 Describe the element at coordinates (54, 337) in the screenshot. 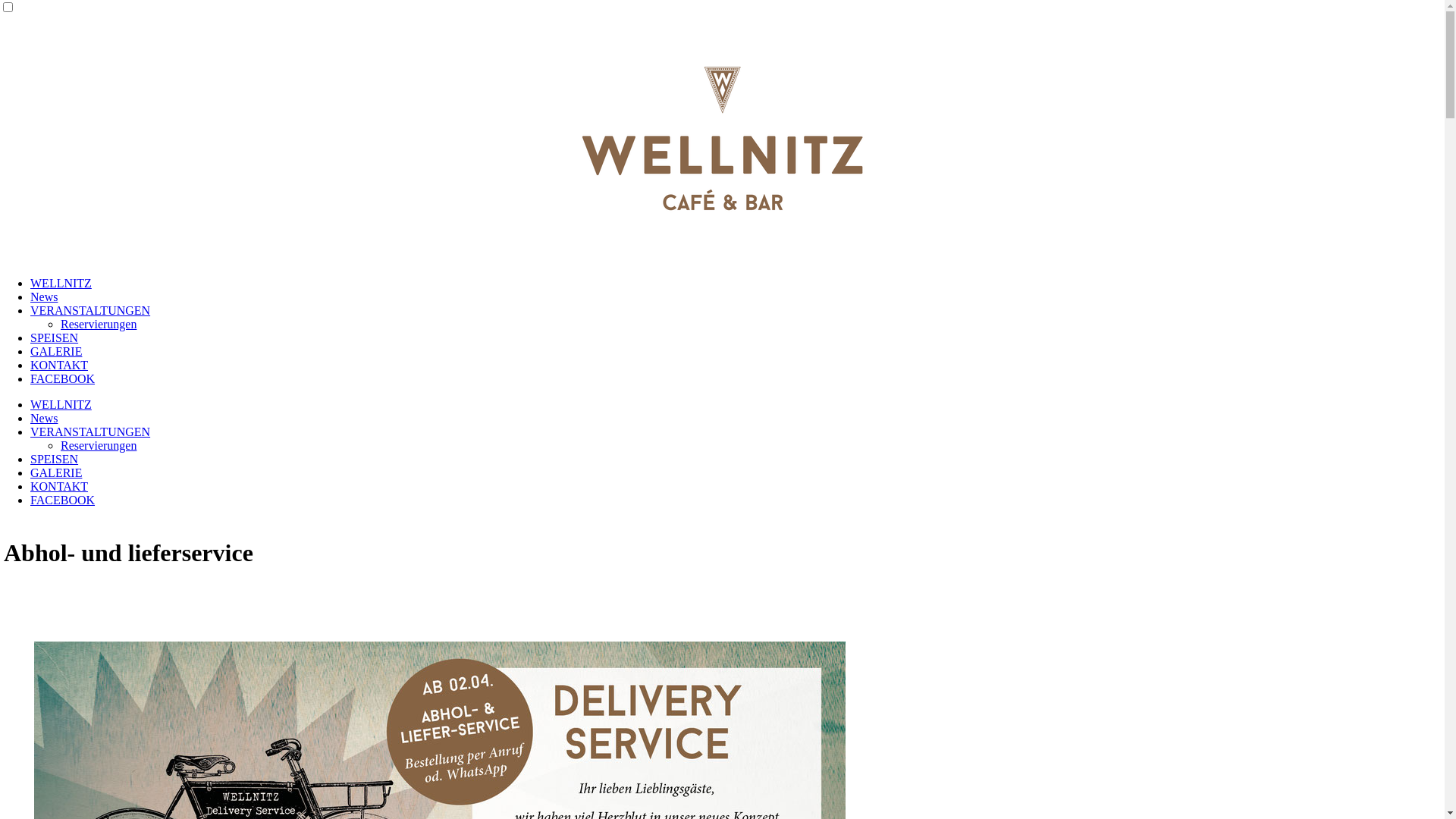

I see `'SPEISEN'` at that location.